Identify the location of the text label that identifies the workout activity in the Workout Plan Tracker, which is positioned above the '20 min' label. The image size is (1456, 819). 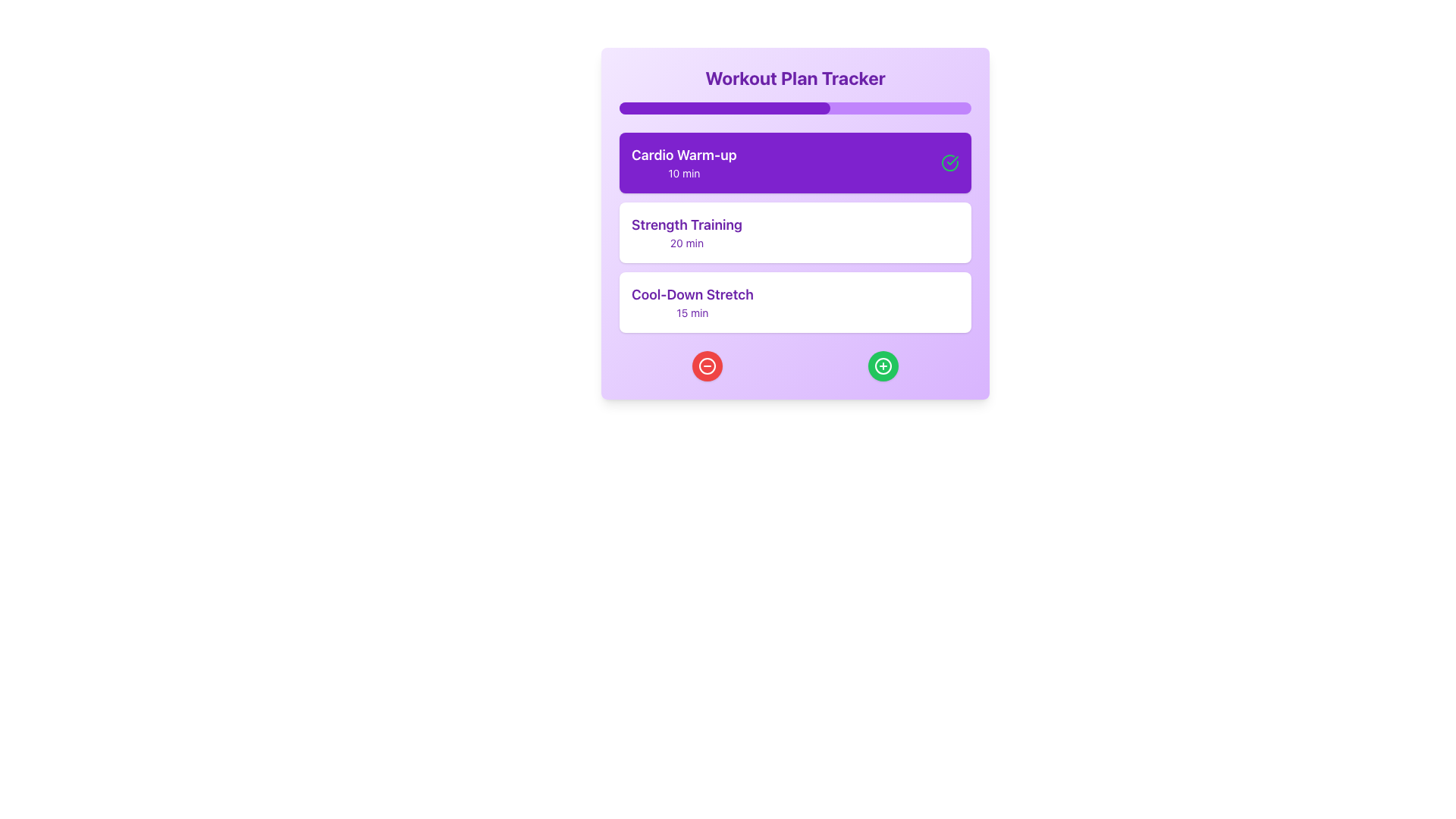
(686, 225).